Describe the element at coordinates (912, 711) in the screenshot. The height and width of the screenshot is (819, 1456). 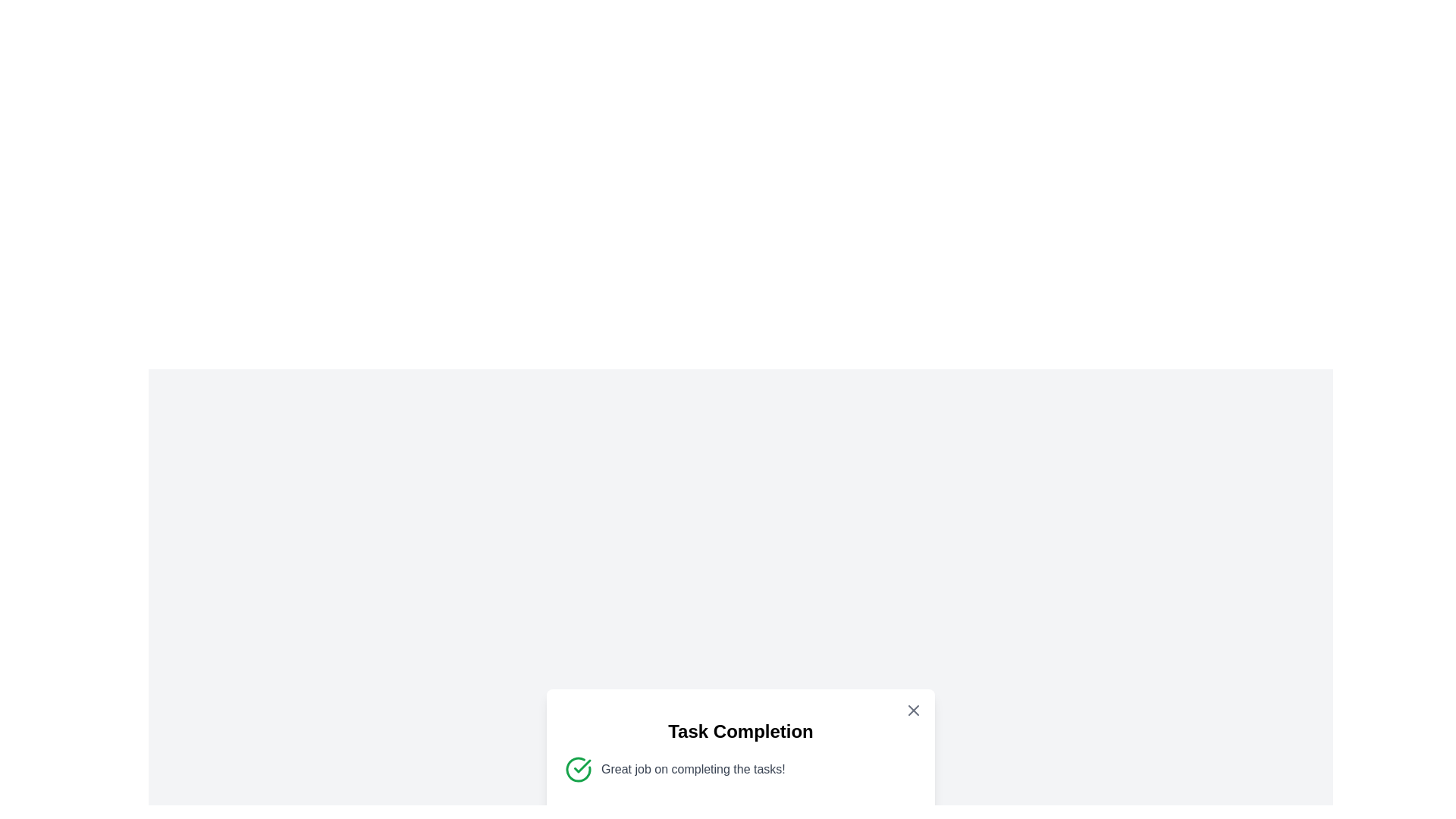
I see `the close button to close the dialog` at that location.